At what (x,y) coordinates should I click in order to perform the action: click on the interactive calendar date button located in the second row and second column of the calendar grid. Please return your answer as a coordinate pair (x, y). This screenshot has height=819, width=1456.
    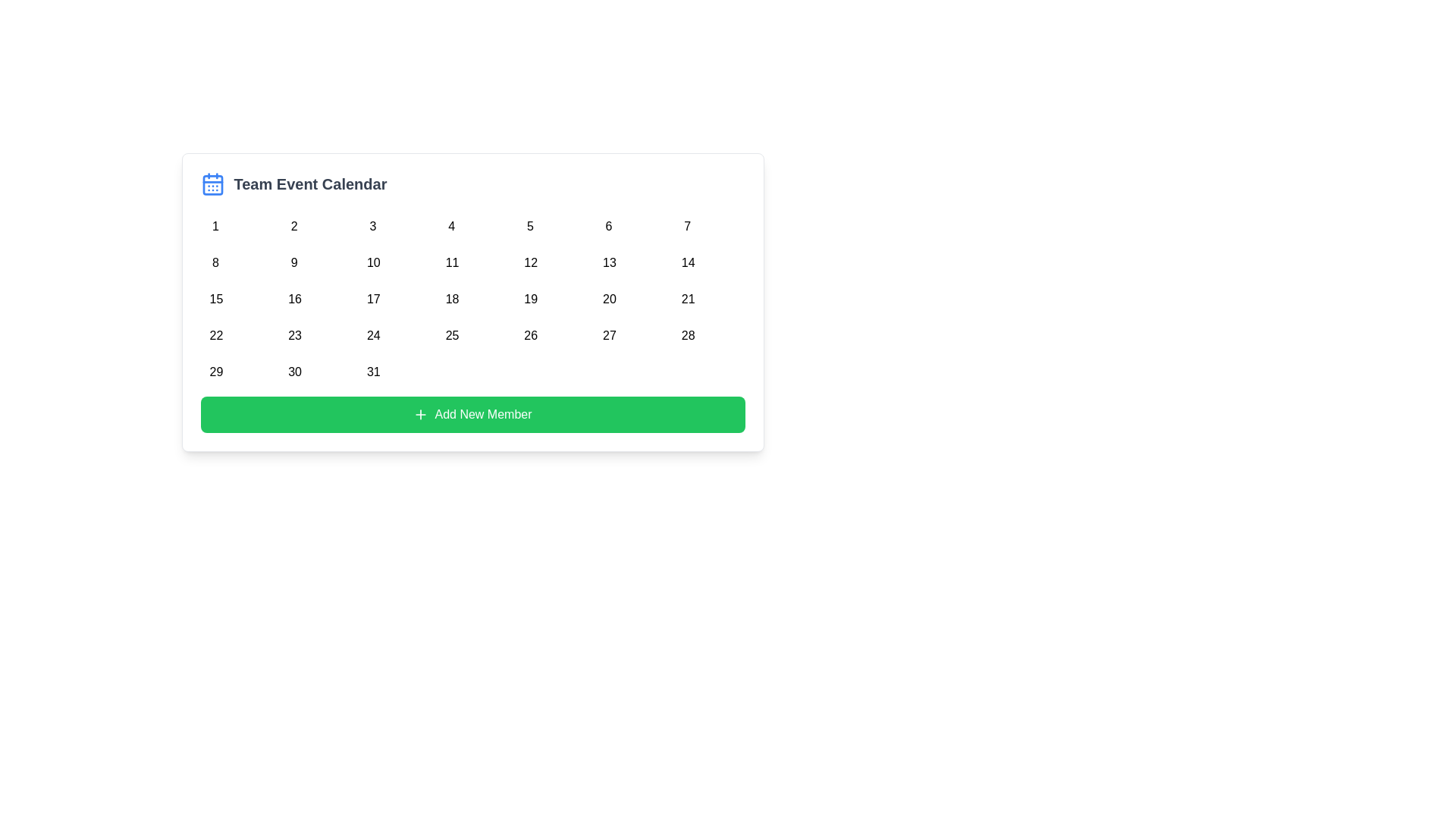
    Looking at the image, I should click on (294, 259).